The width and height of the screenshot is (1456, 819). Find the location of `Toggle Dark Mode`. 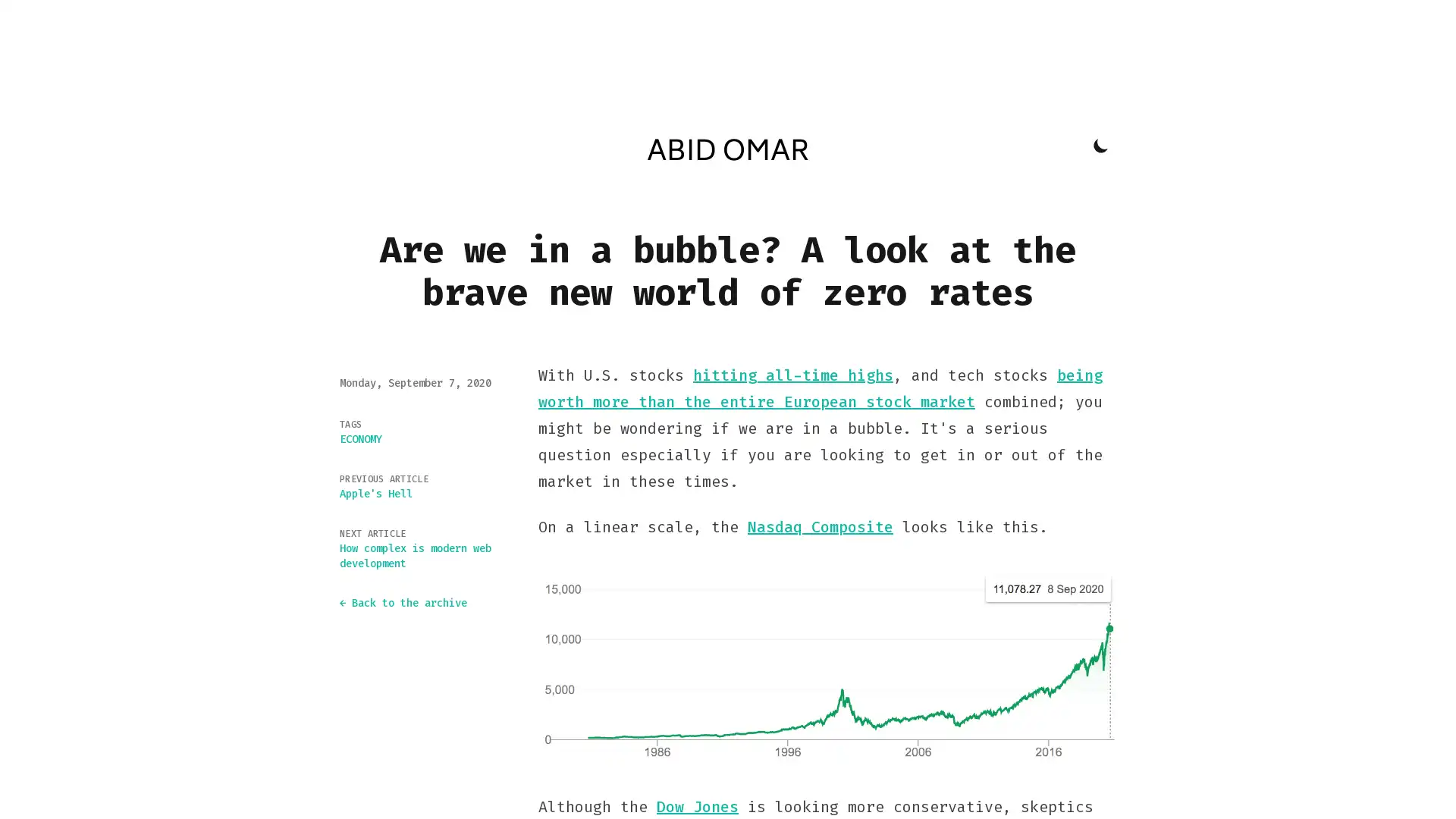

Toggle Dark Mode is located at coordinates (1100, 146).